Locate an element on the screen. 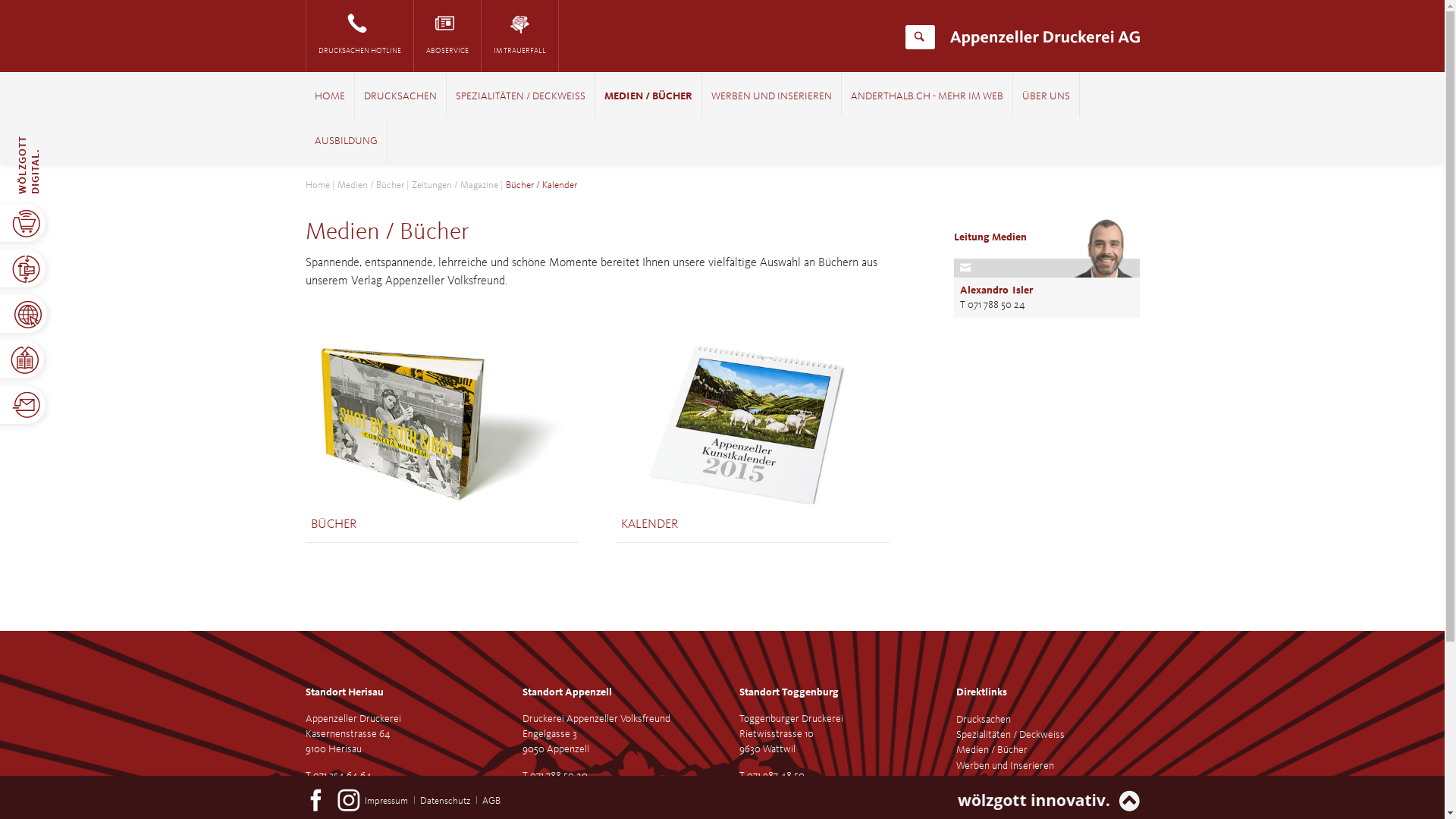 The height and width of the screenshot is (819, 1456). 'DRUCKSACHEN' is located at coordinates (400, 96).